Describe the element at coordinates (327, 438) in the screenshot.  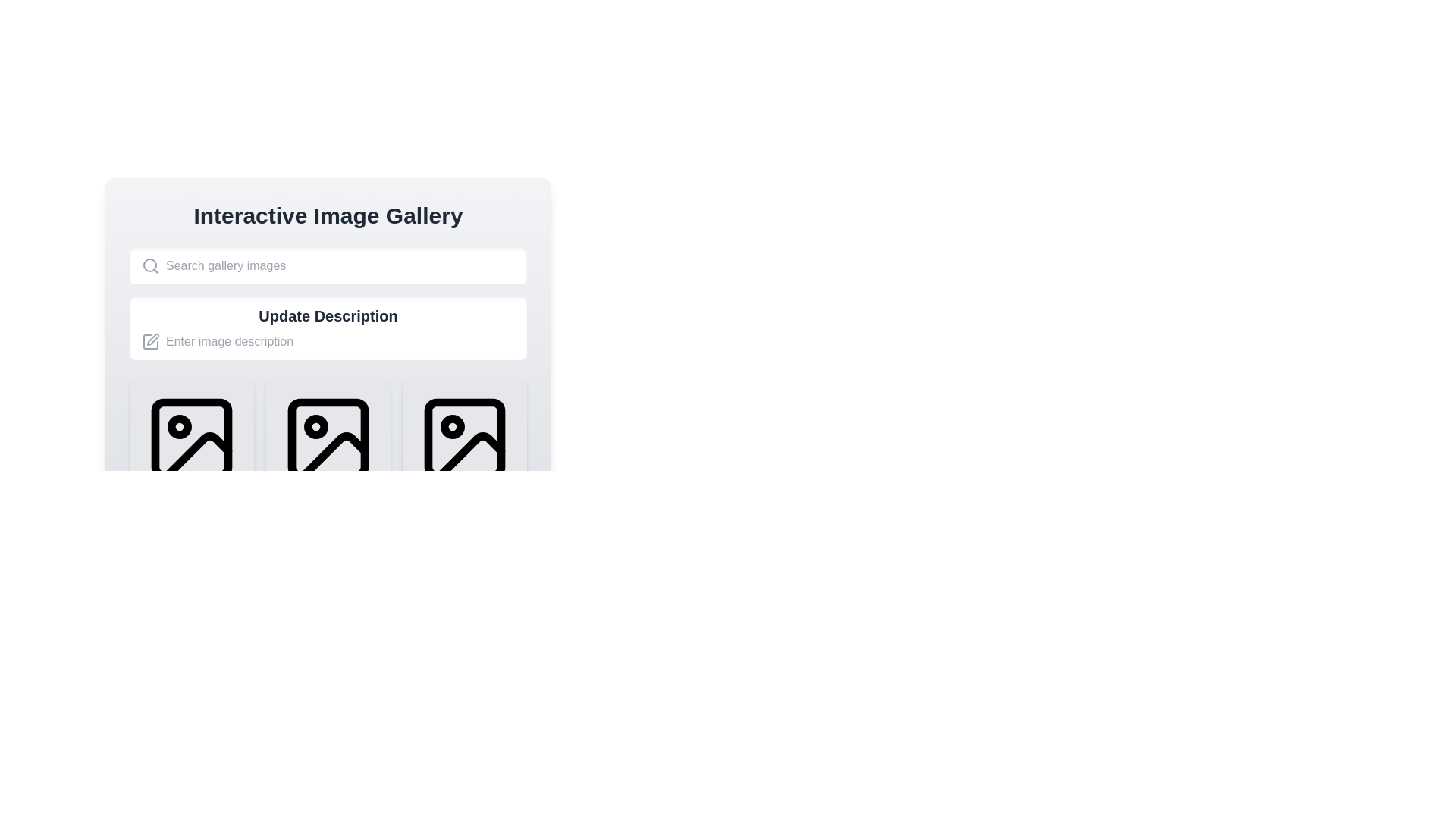
I see `the decorative shape located in the top-left corner of the icon, which is positioned in the middle of a horizontal row of three icons below the header and text input fields` at that location.